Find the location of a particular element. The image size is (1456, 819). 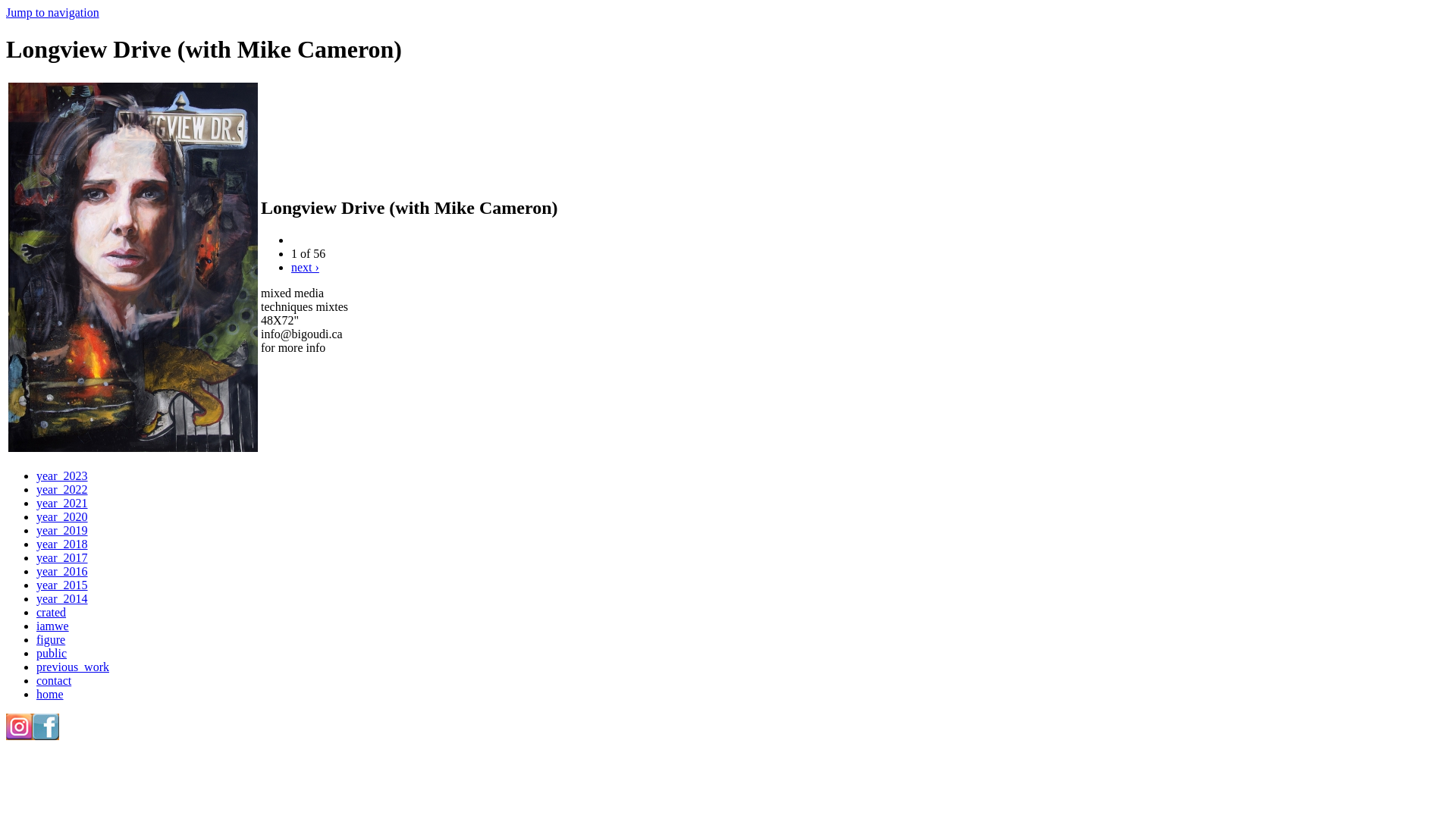

'year_2015' is located at coordinates (61, 584).